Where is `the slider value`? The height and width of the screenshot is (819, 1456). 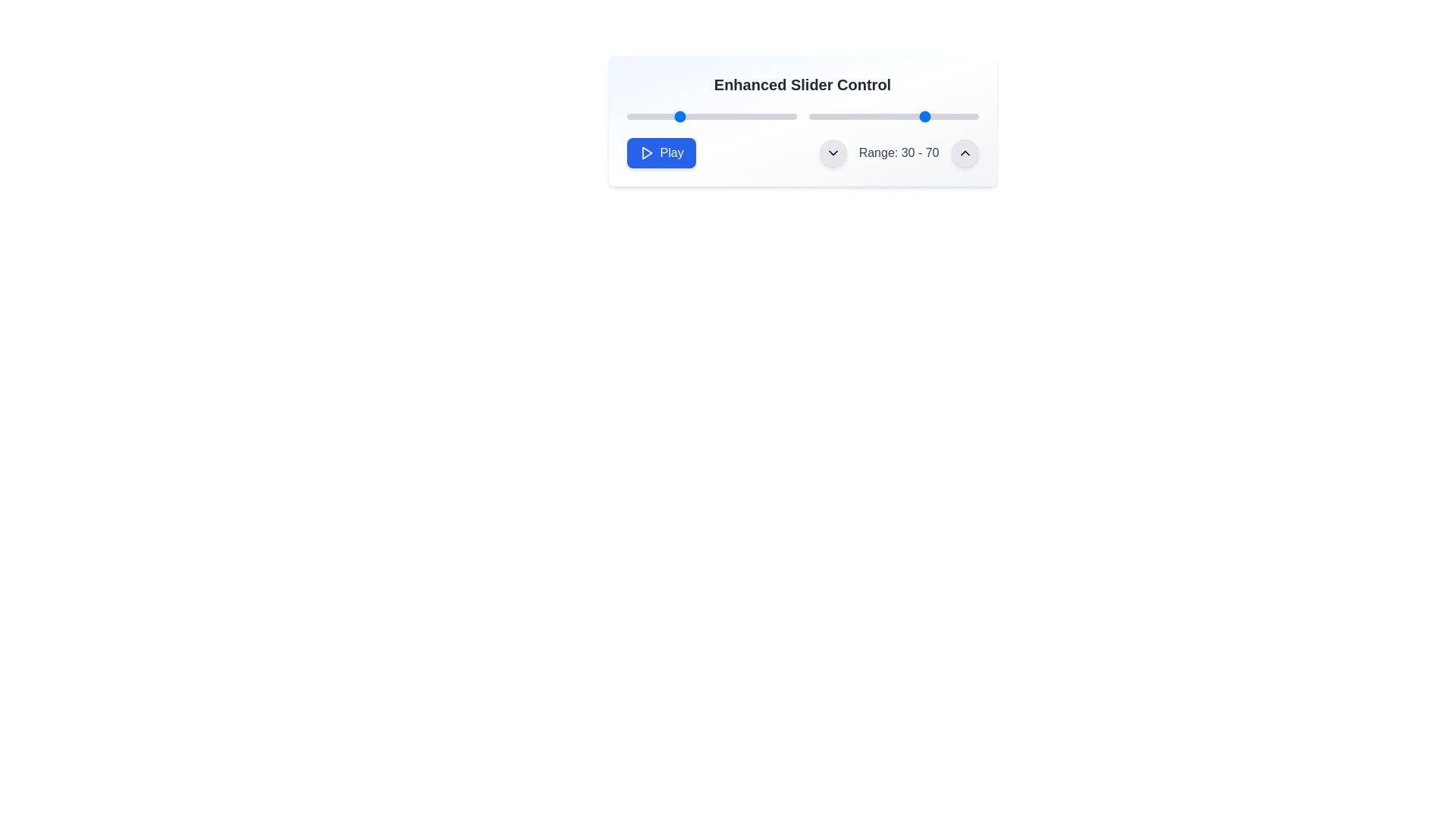 the slider value is located at coordinates (910, 116).